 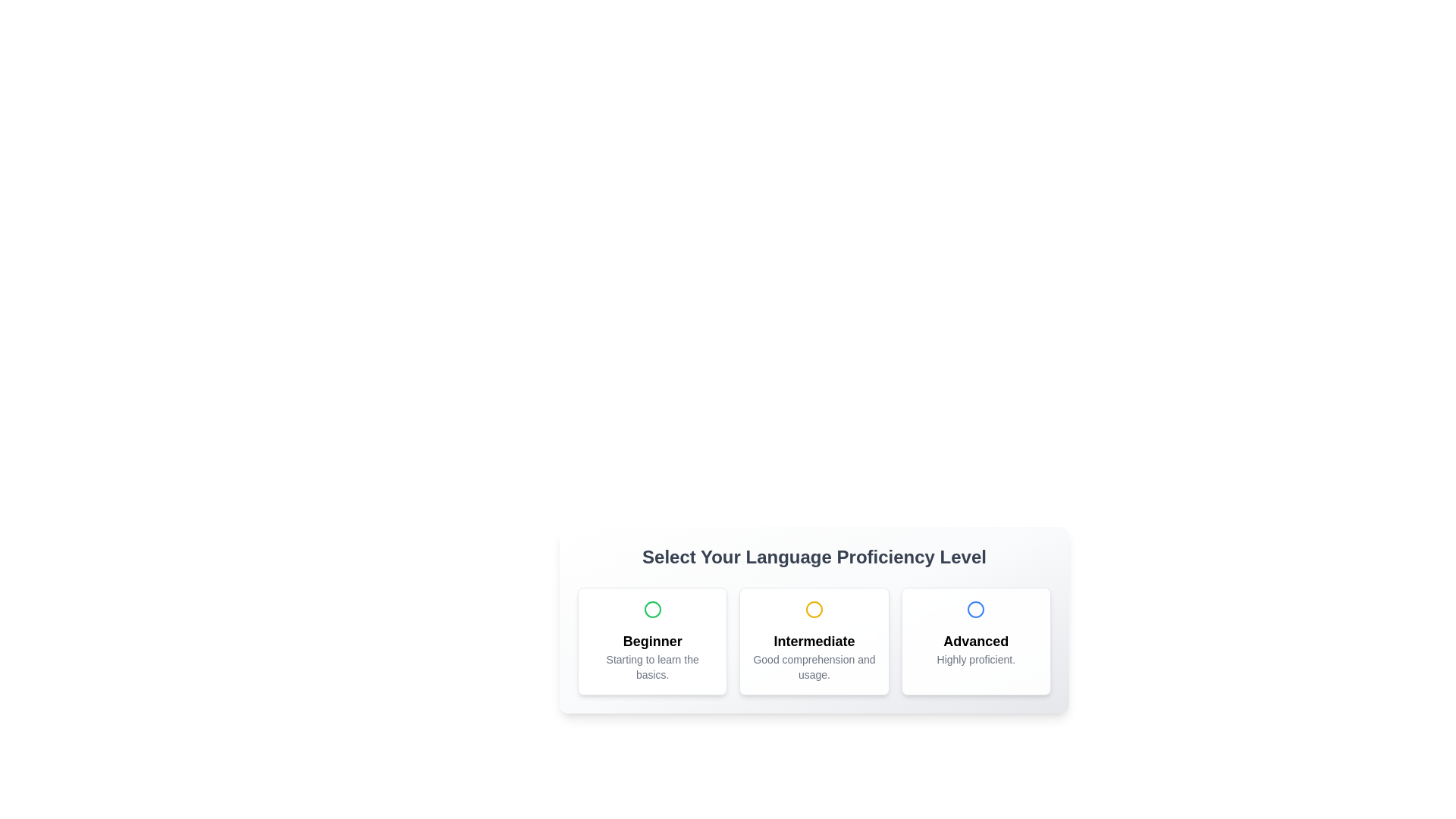 I want to click on the language proficiency level card located centrally in the grid layout below the heading 'Select Your Language Proficiency Level.', so click(x=814, y=641).